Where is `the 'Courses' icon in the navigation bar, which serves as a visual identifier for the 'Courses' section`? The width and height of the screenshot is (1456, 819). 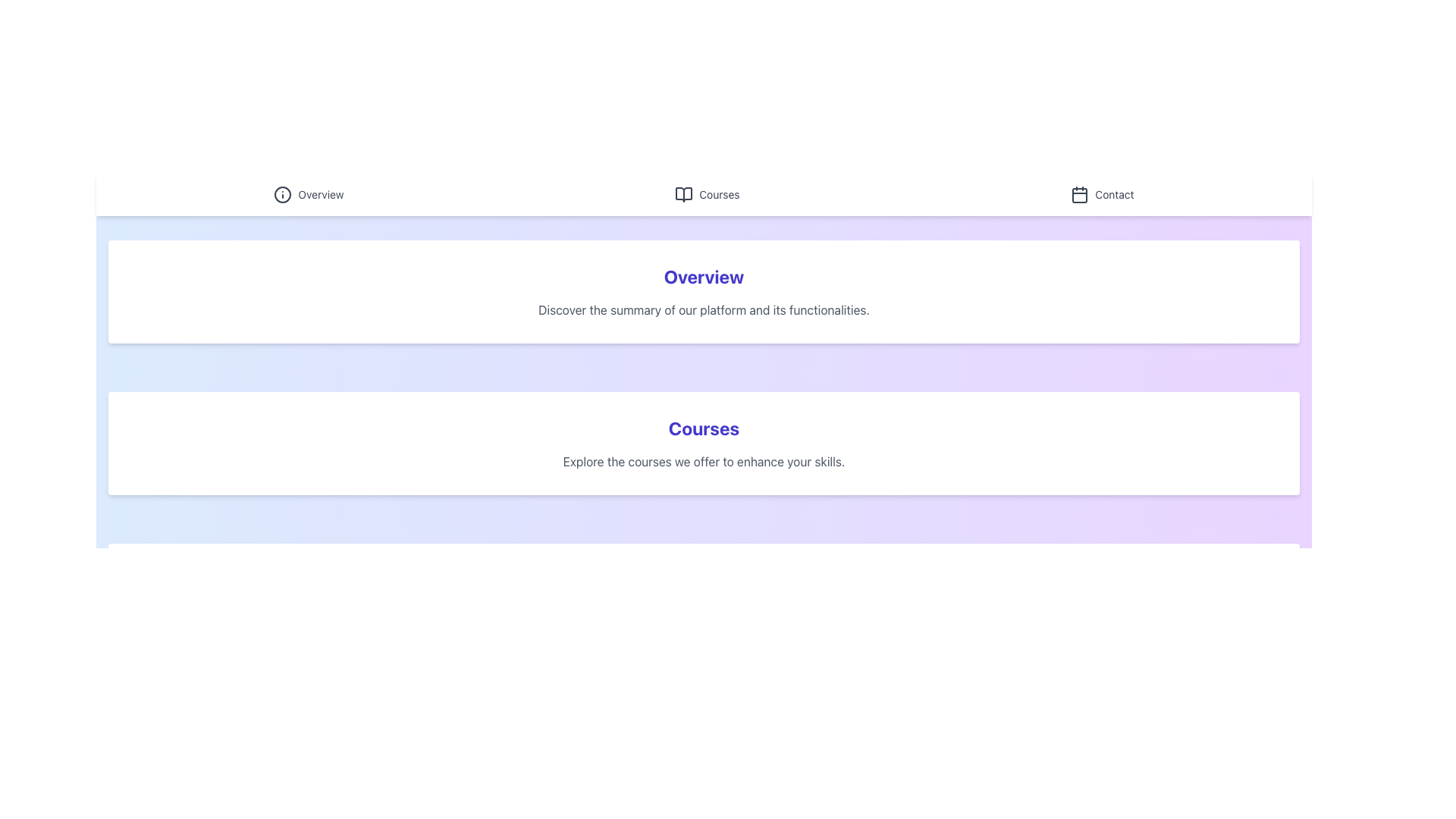
the 'Courses' icon in the navigation bar, which serves as a visual identifier for the 'Courses' section is located at coordinates (683, 194).